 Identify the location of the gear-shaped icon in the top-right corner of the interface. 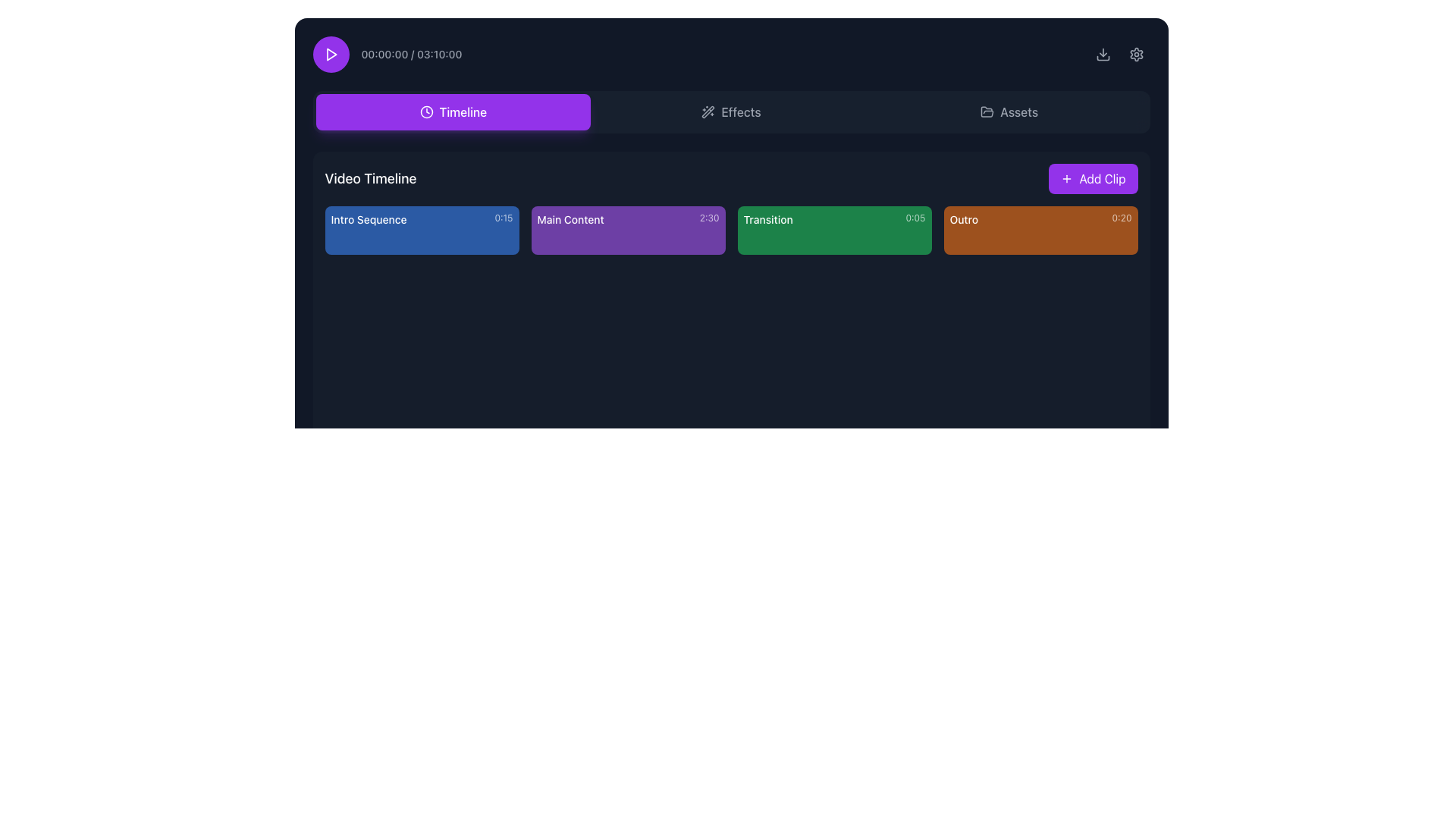
(1136, 54).